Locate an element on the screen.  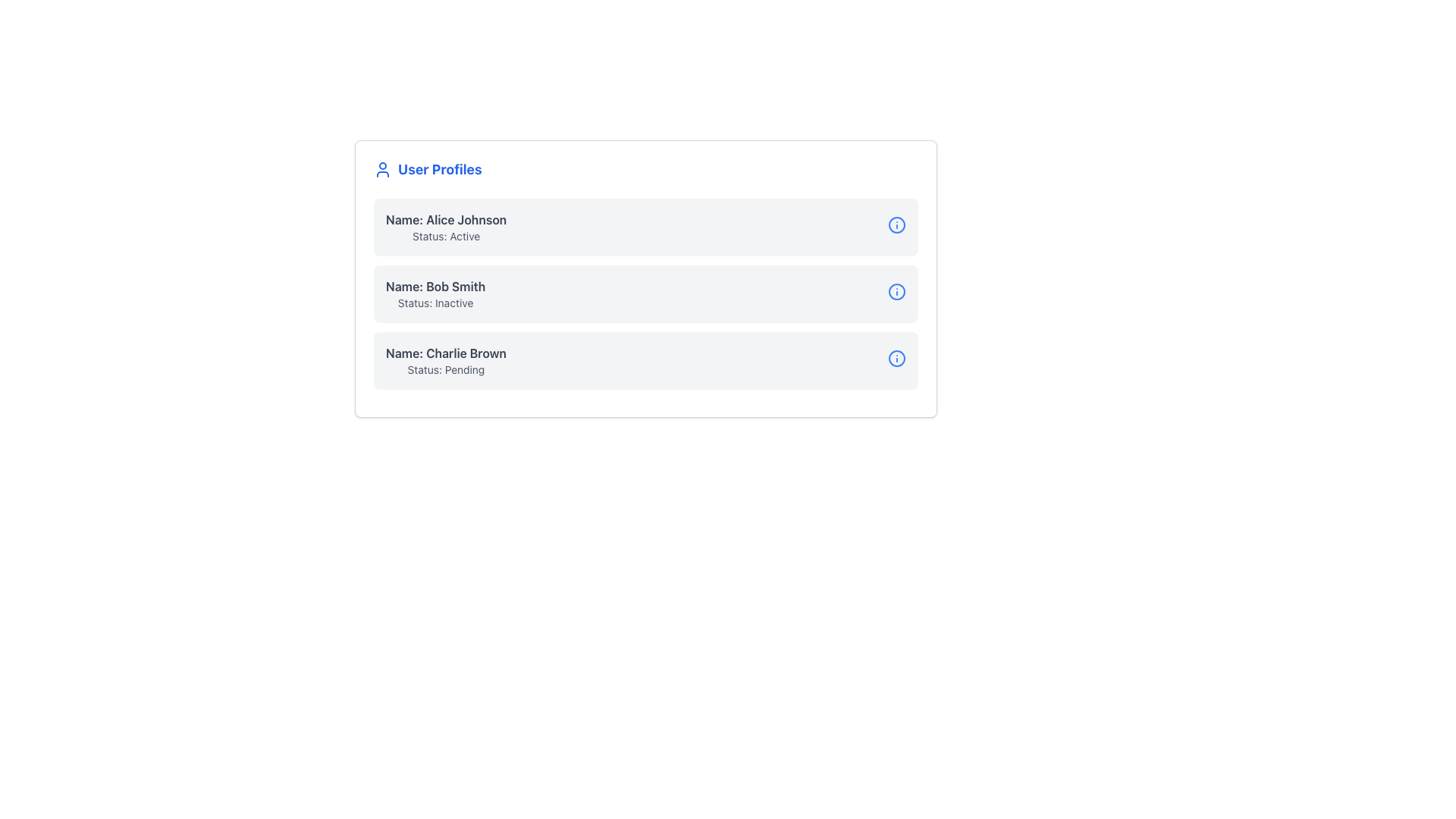
the static label displaying 'Status: Inactive' located below 'Name: Bob Smith' in the second user profile card is located at coordinates (435, 303).